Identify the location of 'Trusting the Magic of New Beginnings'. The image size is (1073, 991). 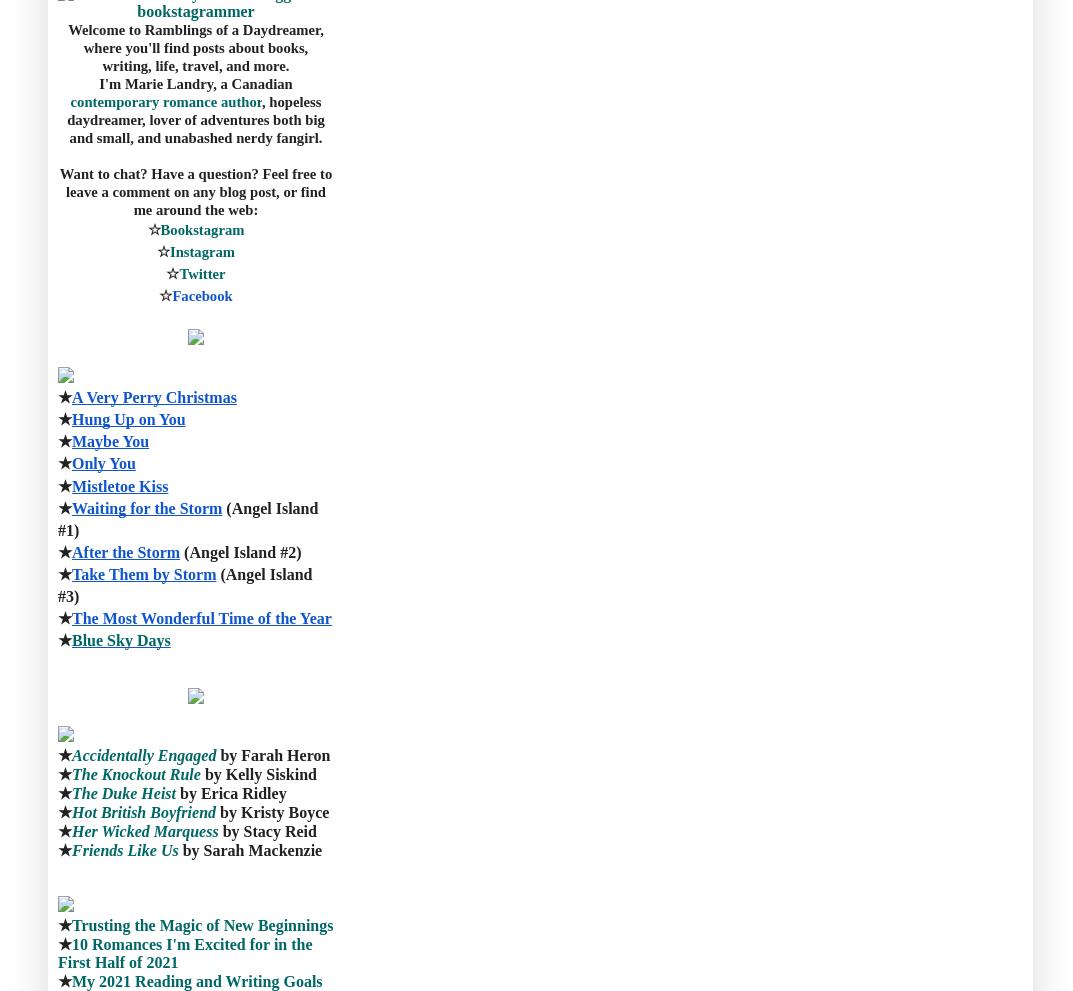
(71, 924).